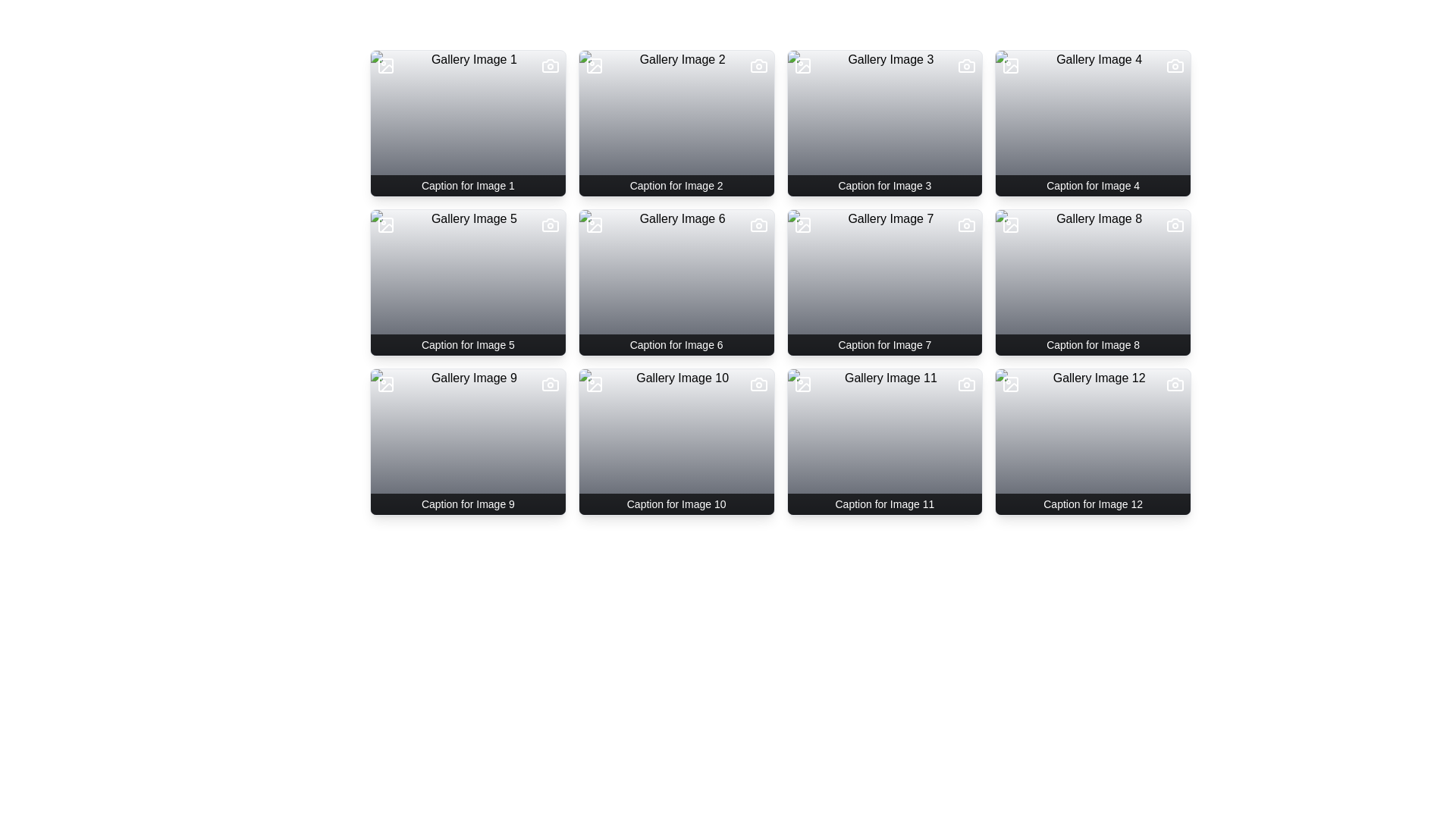 The width and height of the screenshot is (1456, 819). Describe the element at coordinates (966, 225) in the screenshot. I see `the camera controls icon located in the top-right corner of the 'Gallery Image 7' tile as a static decoration` at that location.